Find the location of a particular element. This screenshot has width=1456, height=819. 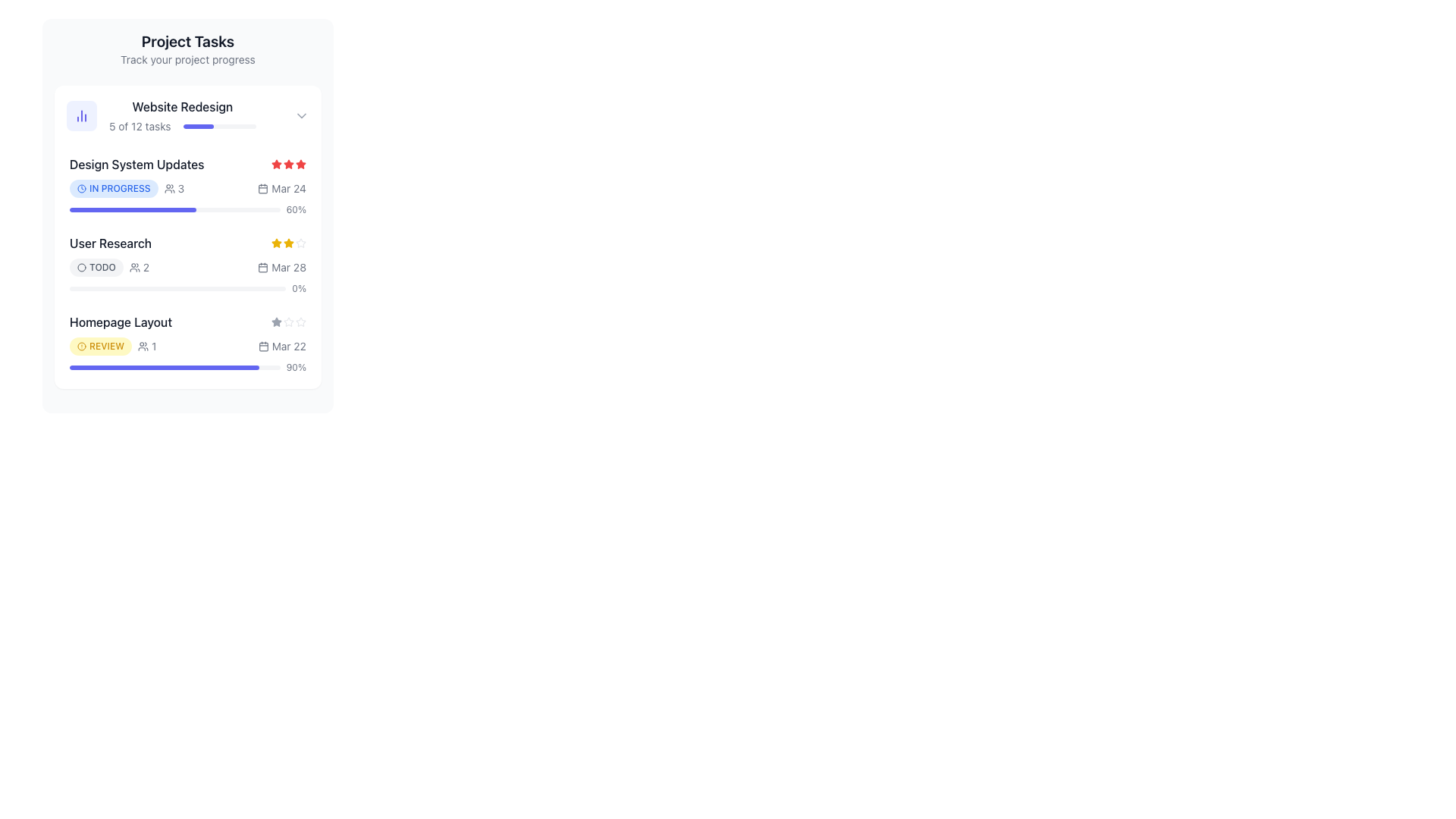

the user silhouette icon next to the numeral '1' located in the lower-right section of the 'Homepage Layout' task row, which is positioned to the right of a yellow 'REVIEW' badge and just to the left of the date entry 'Mar 22' is located at coordinates (147, 346).